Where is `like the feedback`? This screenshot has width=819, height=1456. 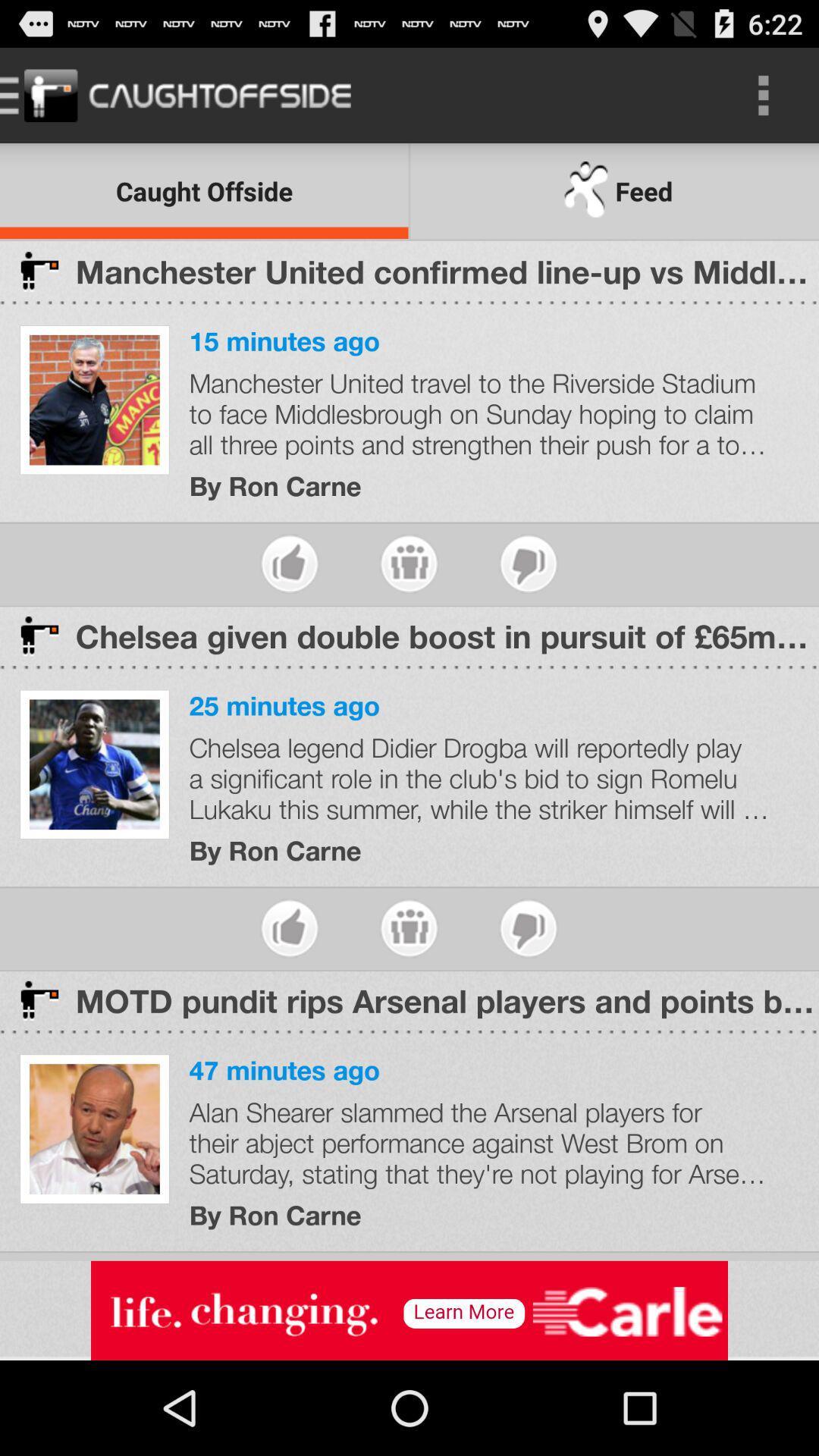
like the feedback is located at coordinates (528, 563).